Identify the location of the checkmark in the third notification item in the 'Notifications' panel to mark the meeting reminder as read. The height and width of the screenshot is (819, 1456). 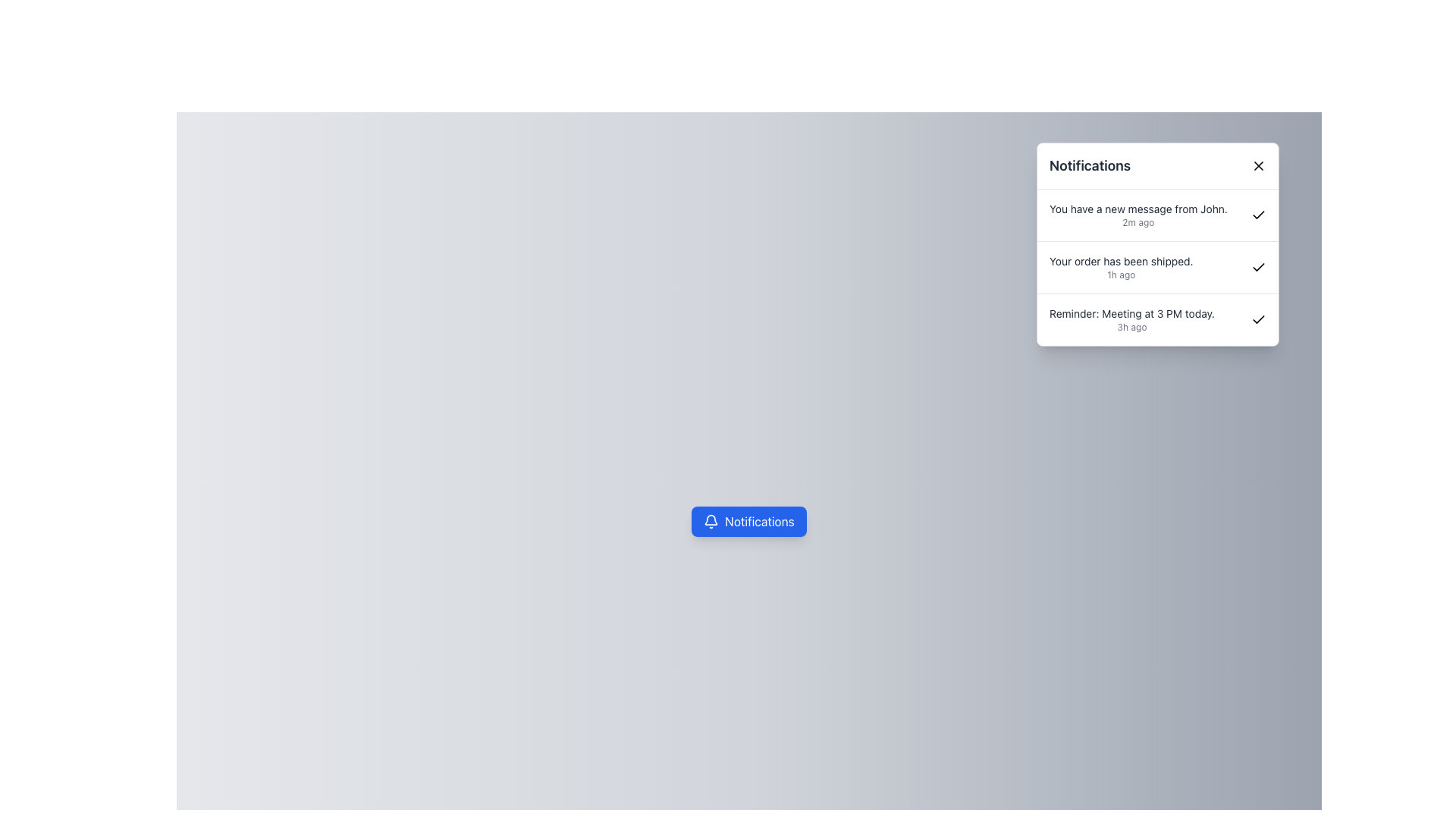
(1156, 318).